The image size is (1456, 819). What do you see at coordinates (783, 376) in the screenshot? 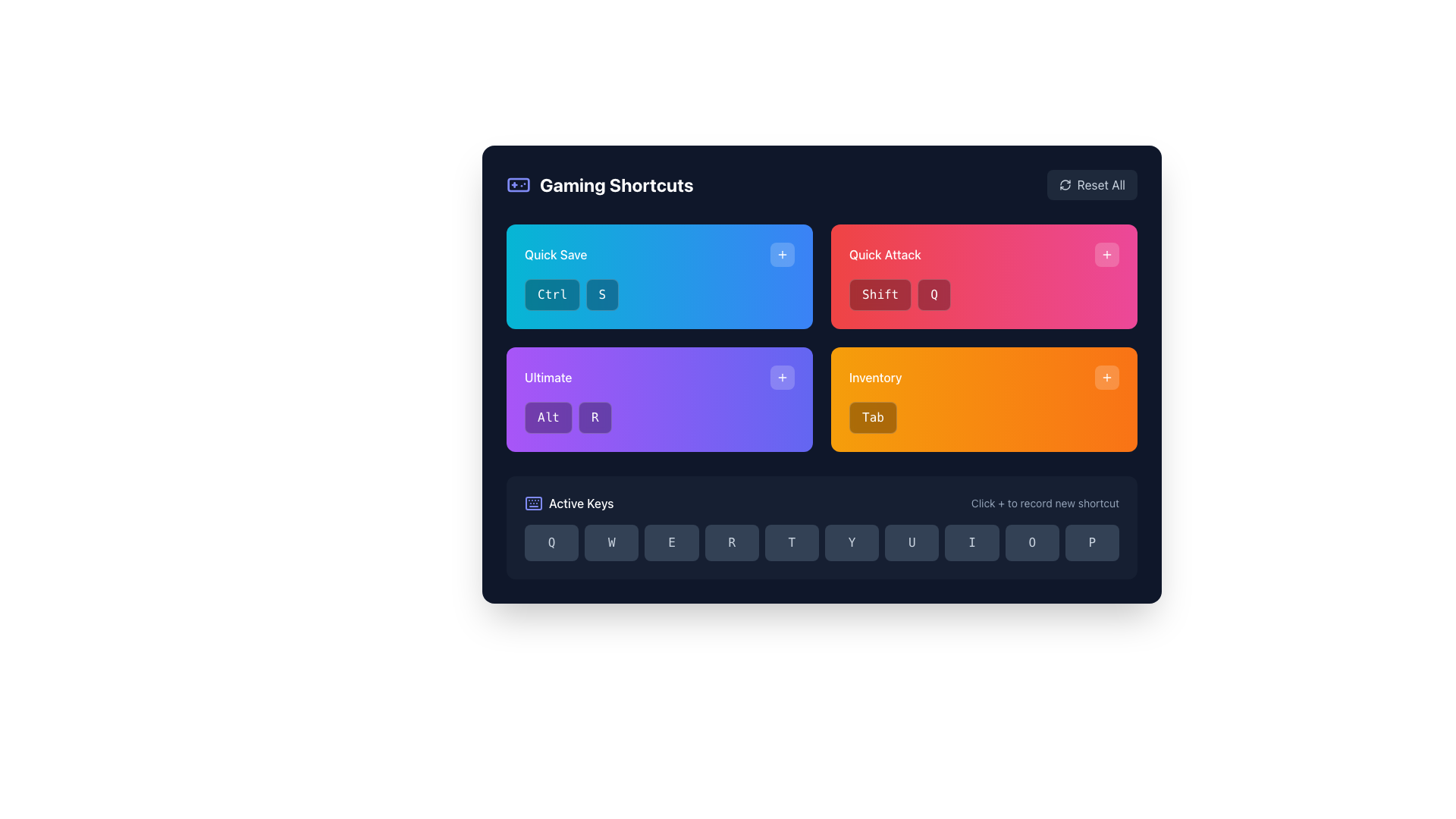
I see `the small circular button with a '+' icon, located at the top-right corner inside the 'Ultimate' shortcut box, to observe the hover effect` at bounding box center [783, 376].